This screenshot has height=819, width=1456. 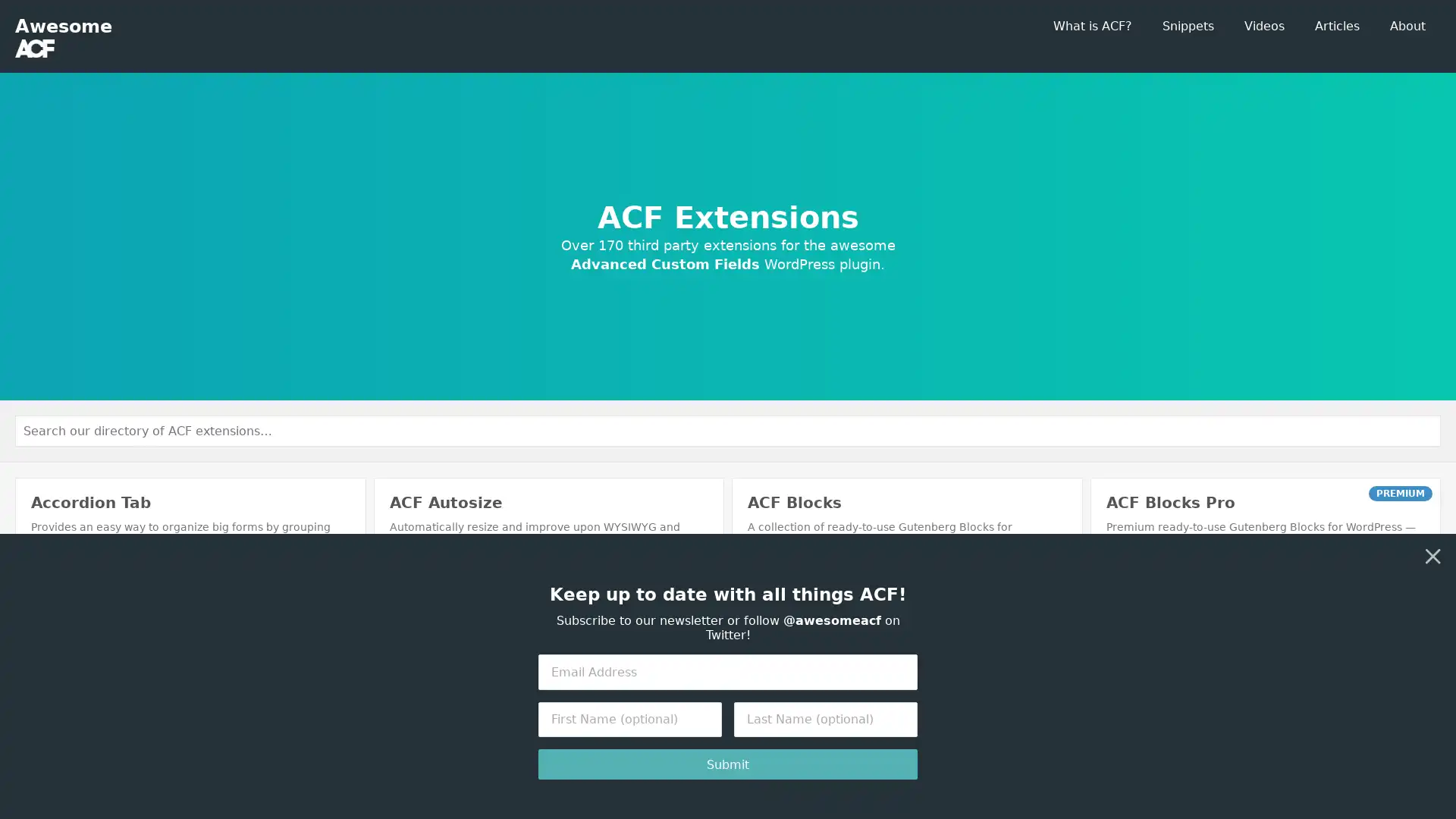 What do you see at coordinates (728, 764) in the screenshot?
I see `Submit` at bounding box center [728, 764].